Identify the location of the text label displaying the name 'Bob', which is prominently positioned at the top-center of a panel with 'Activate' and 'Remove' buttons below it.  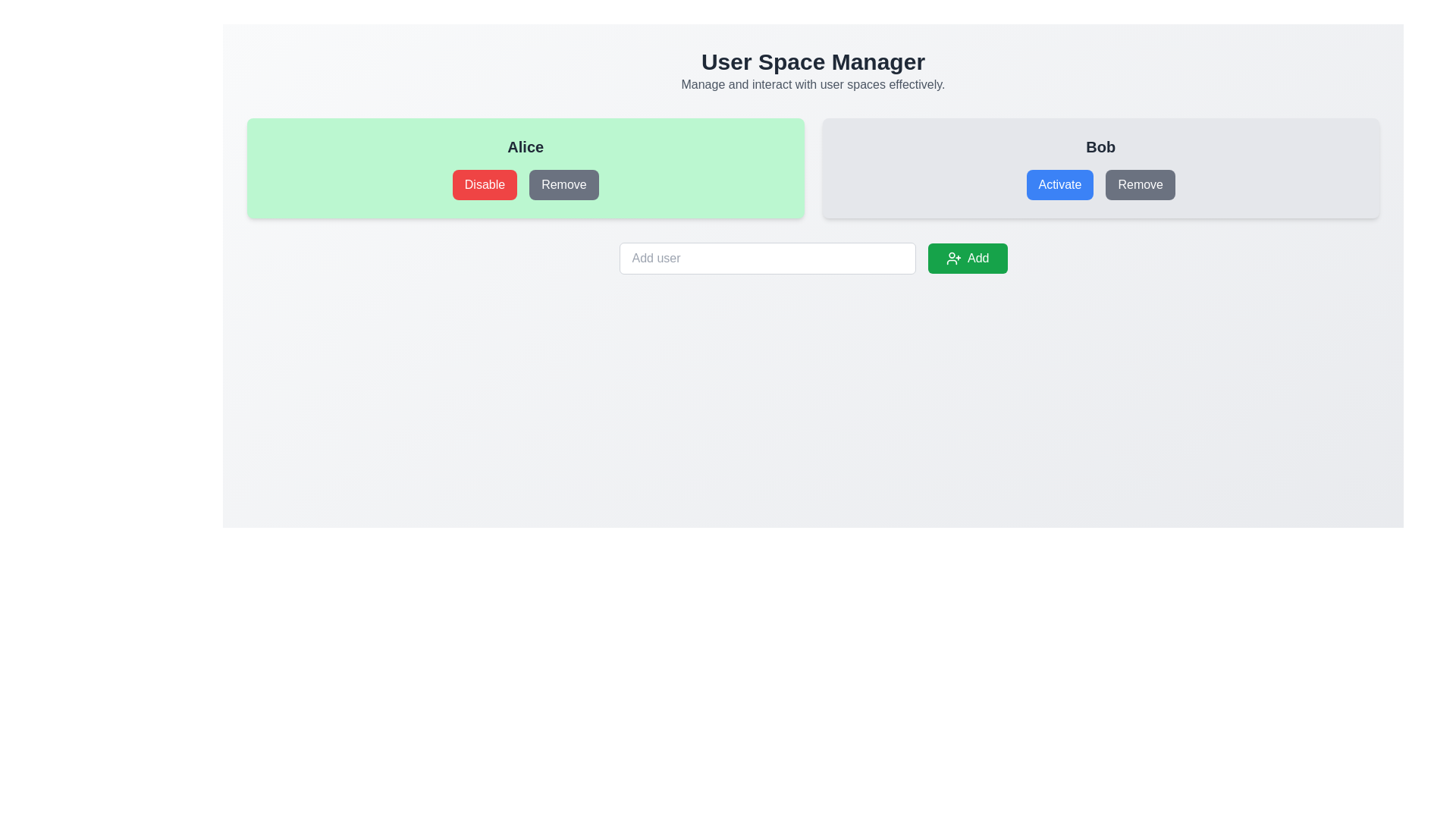
(1100, 146).